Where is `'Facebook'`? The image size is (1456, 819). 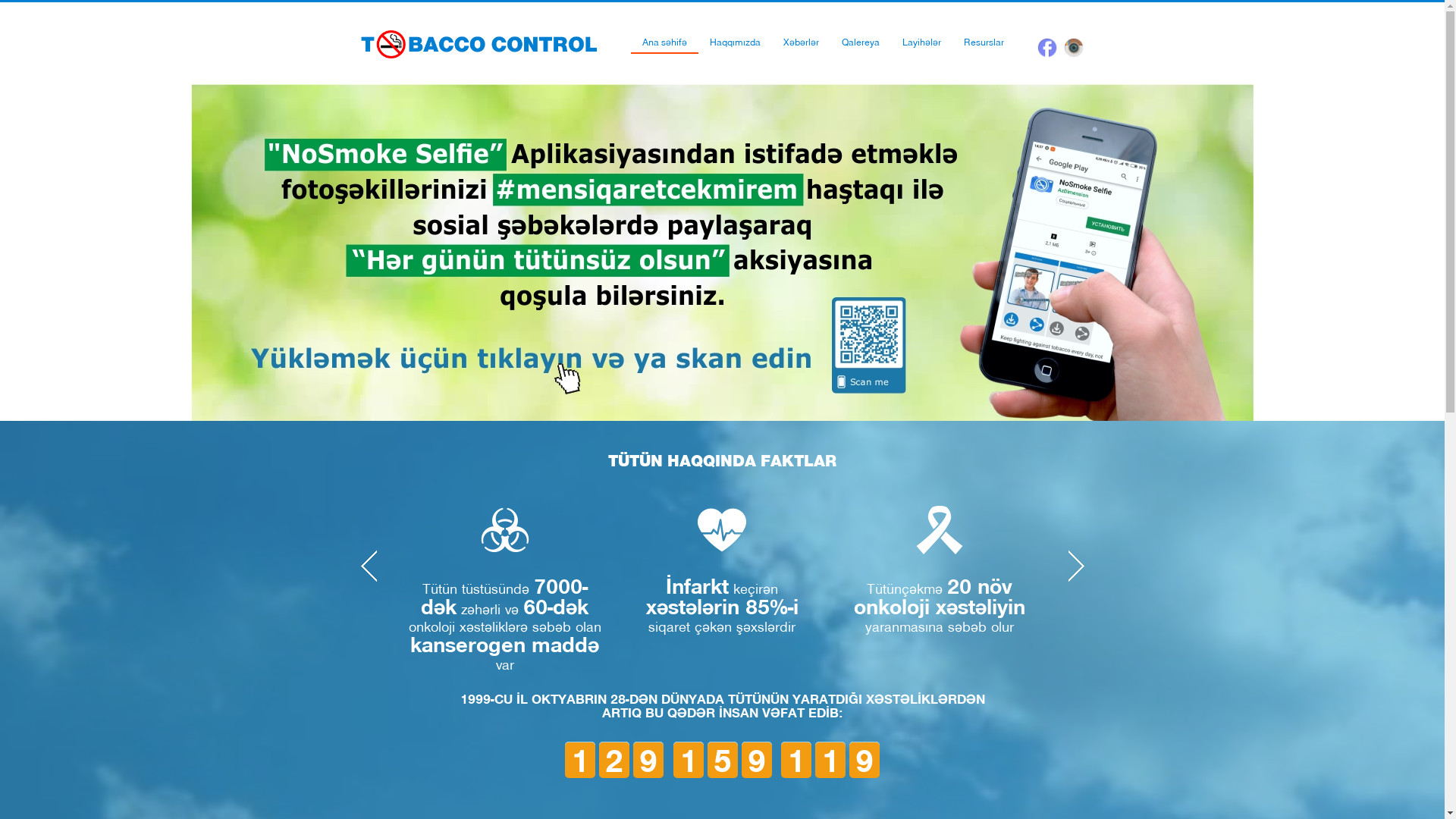 'Facebook' is located at coordinates (1046, 46).